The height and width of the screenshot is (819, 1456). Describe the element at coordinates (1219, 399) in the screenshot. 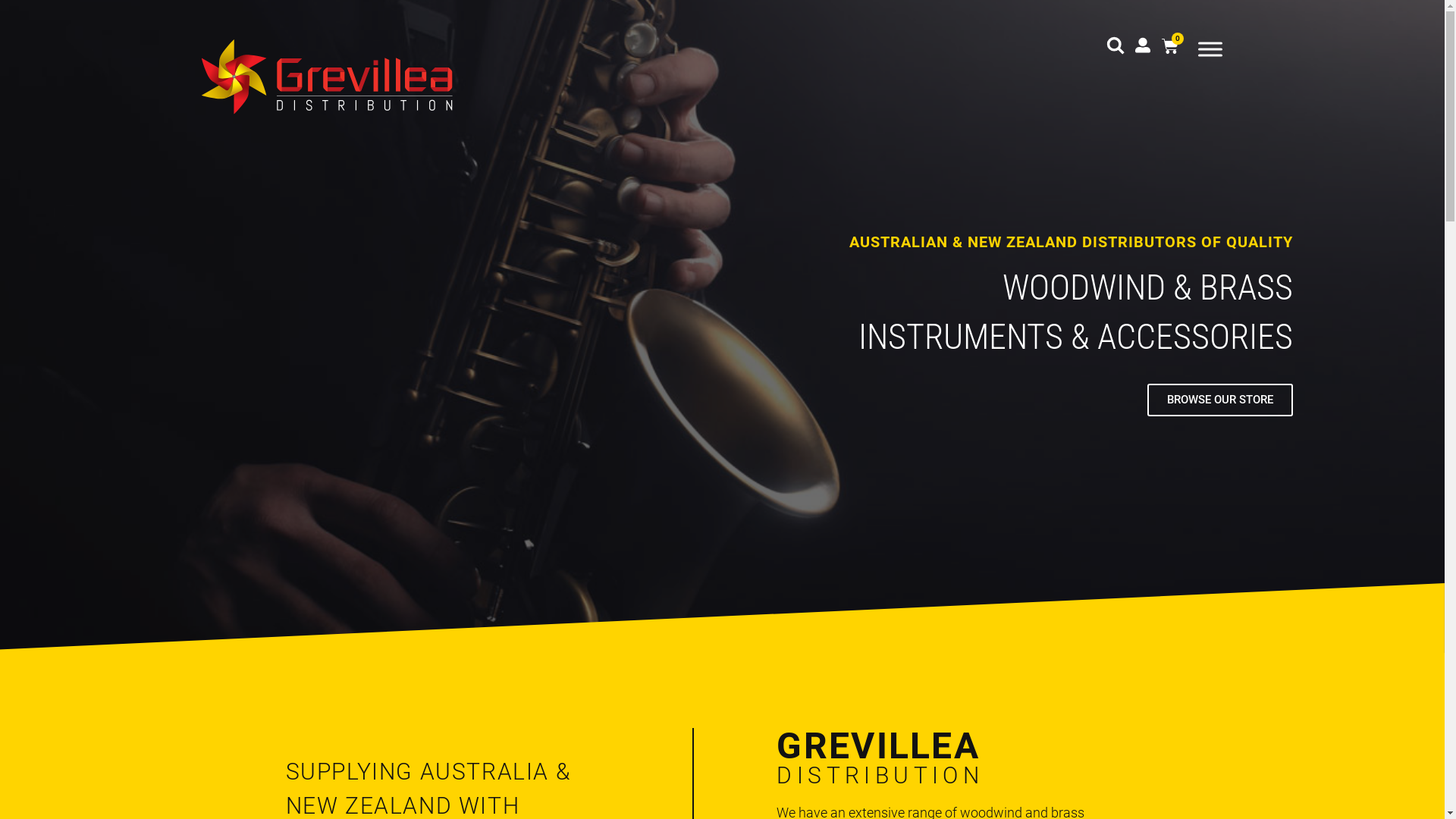

I see `'BROWSE OUR STORE'` at that location.